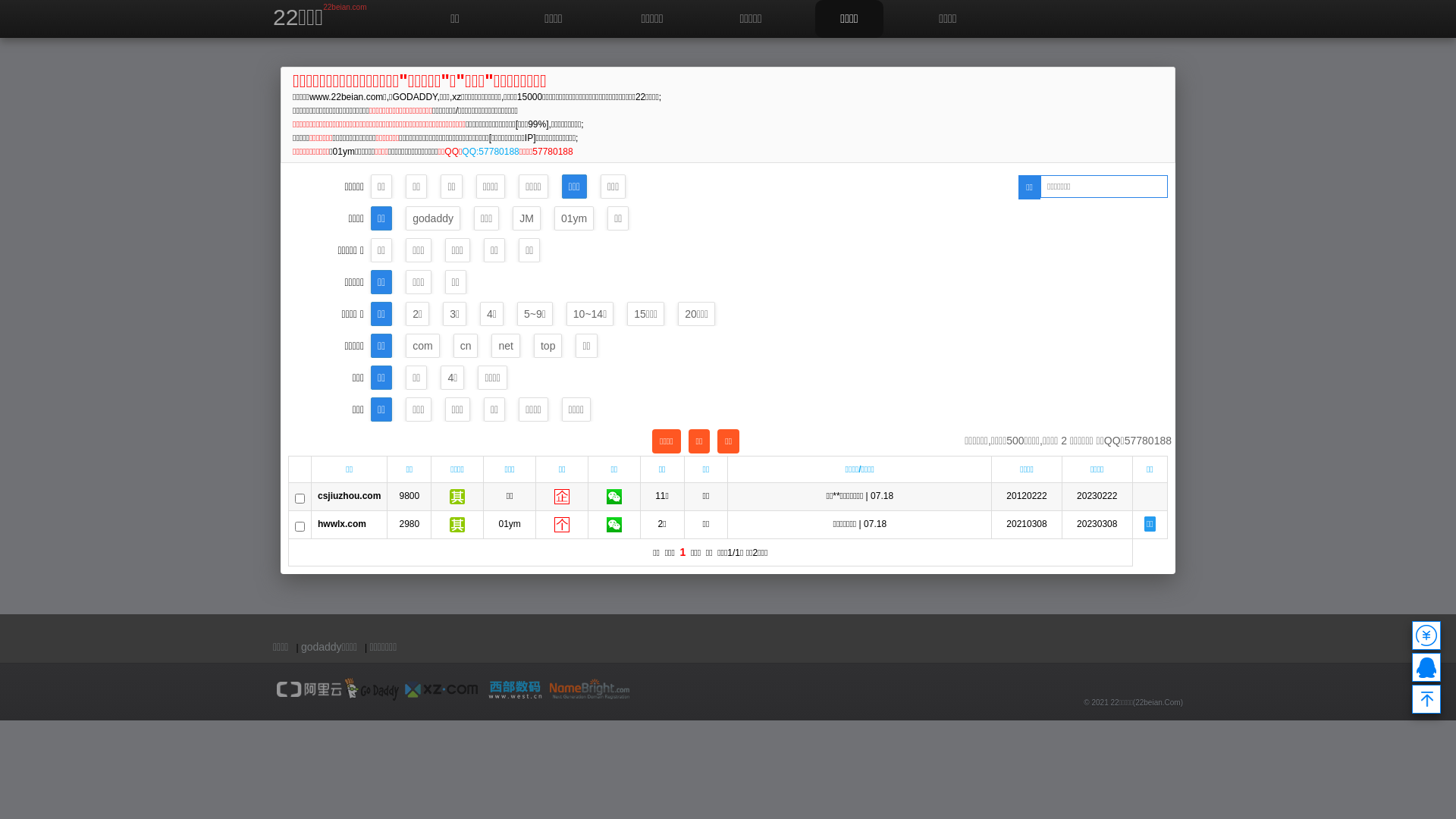 This screenshot has width=1456, height=819. What do you see at coordinates (505, 345) in the screenshot?
I see `'net'` at bounding box center [505, 345].